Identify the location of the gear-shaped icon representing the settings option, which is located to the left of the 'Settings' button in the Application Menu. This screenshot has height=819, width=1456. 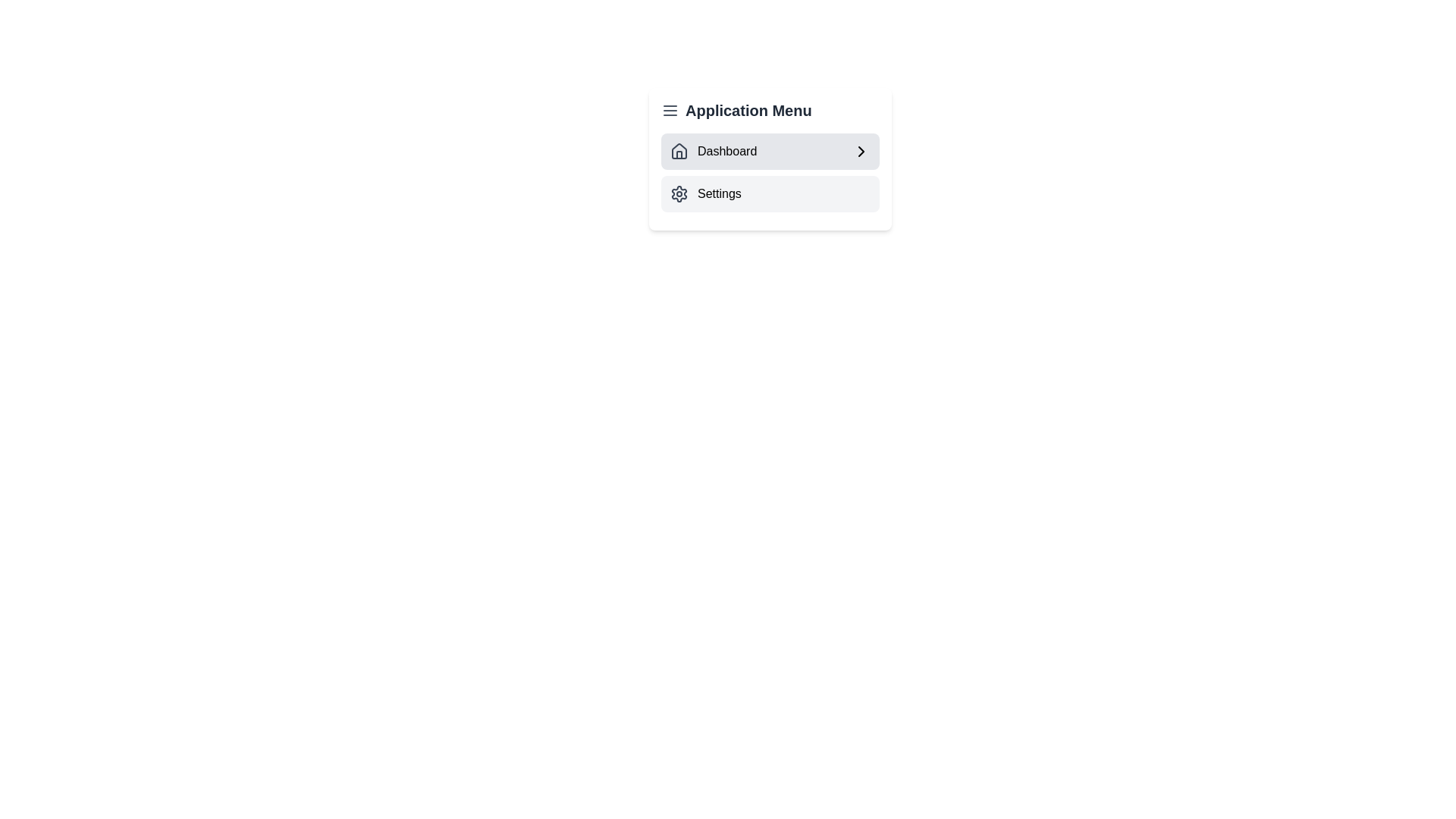
(679, 193).